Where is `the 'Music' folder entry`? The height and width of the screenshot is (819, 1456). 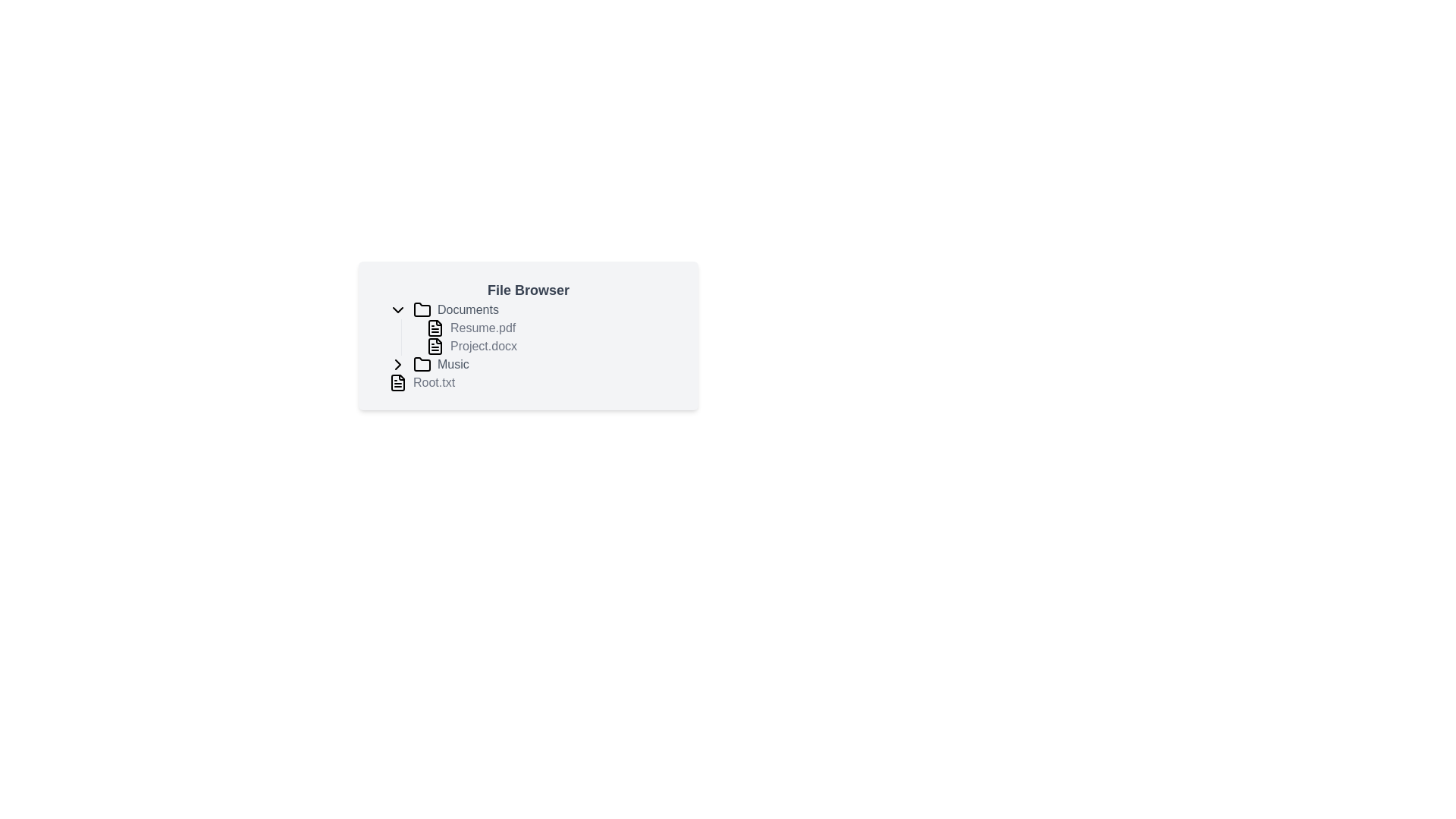 the 'Music' folder entry is located at coordinates (528, 365).